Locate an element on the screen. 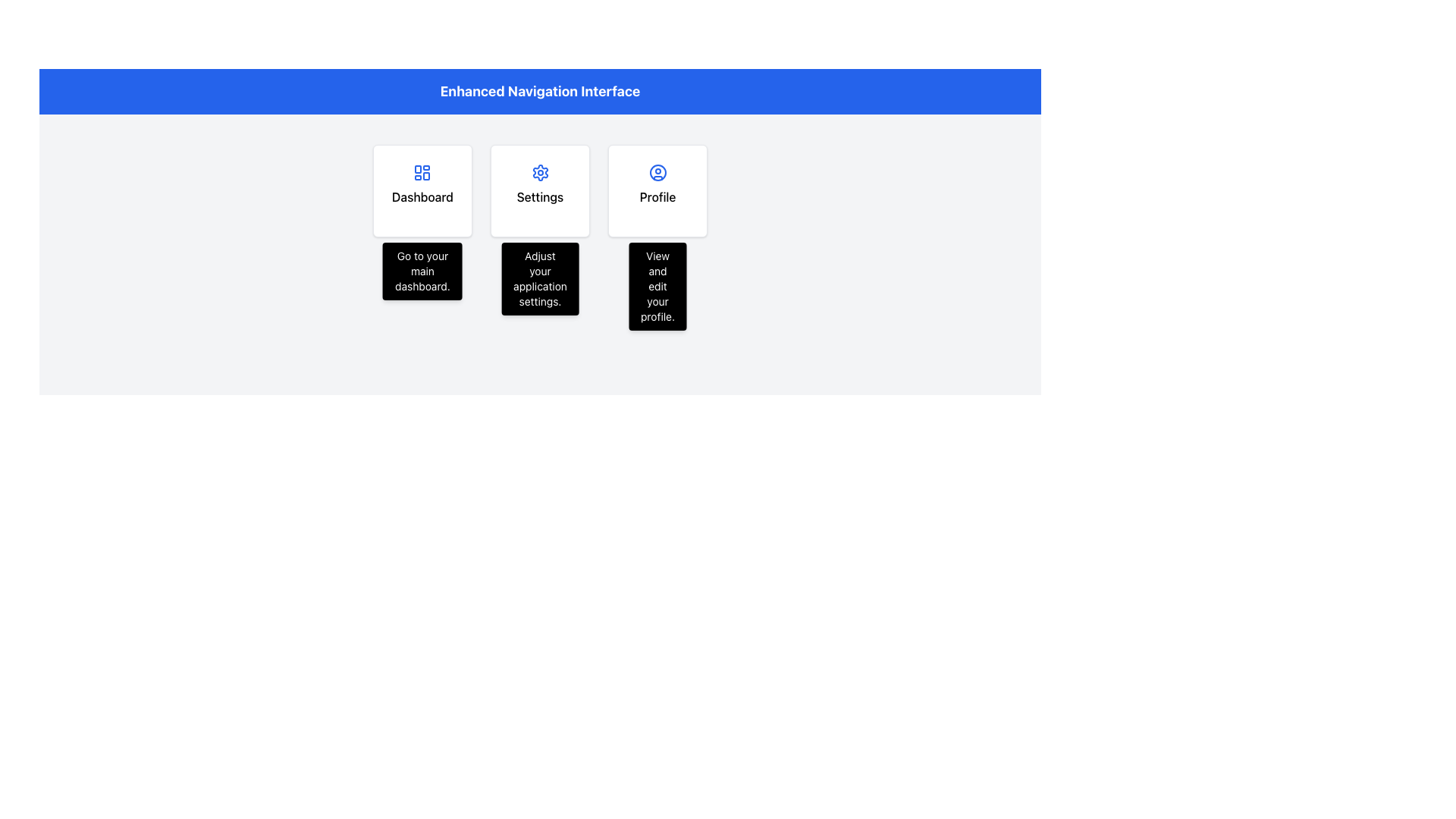  the blue gear-shaped icon in the center of the settings card is located at coordinates (540, 171).